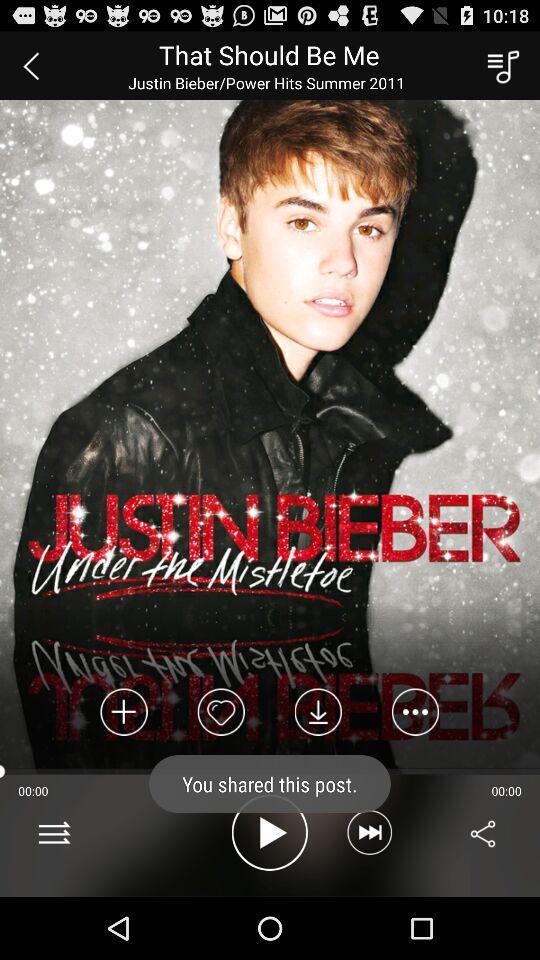 The width and height of the screenshot is (540, 960). What do you see at coordinates (318, 761) in the screenshot?
I see `the file_download icon` at bounding box center [318, 761].